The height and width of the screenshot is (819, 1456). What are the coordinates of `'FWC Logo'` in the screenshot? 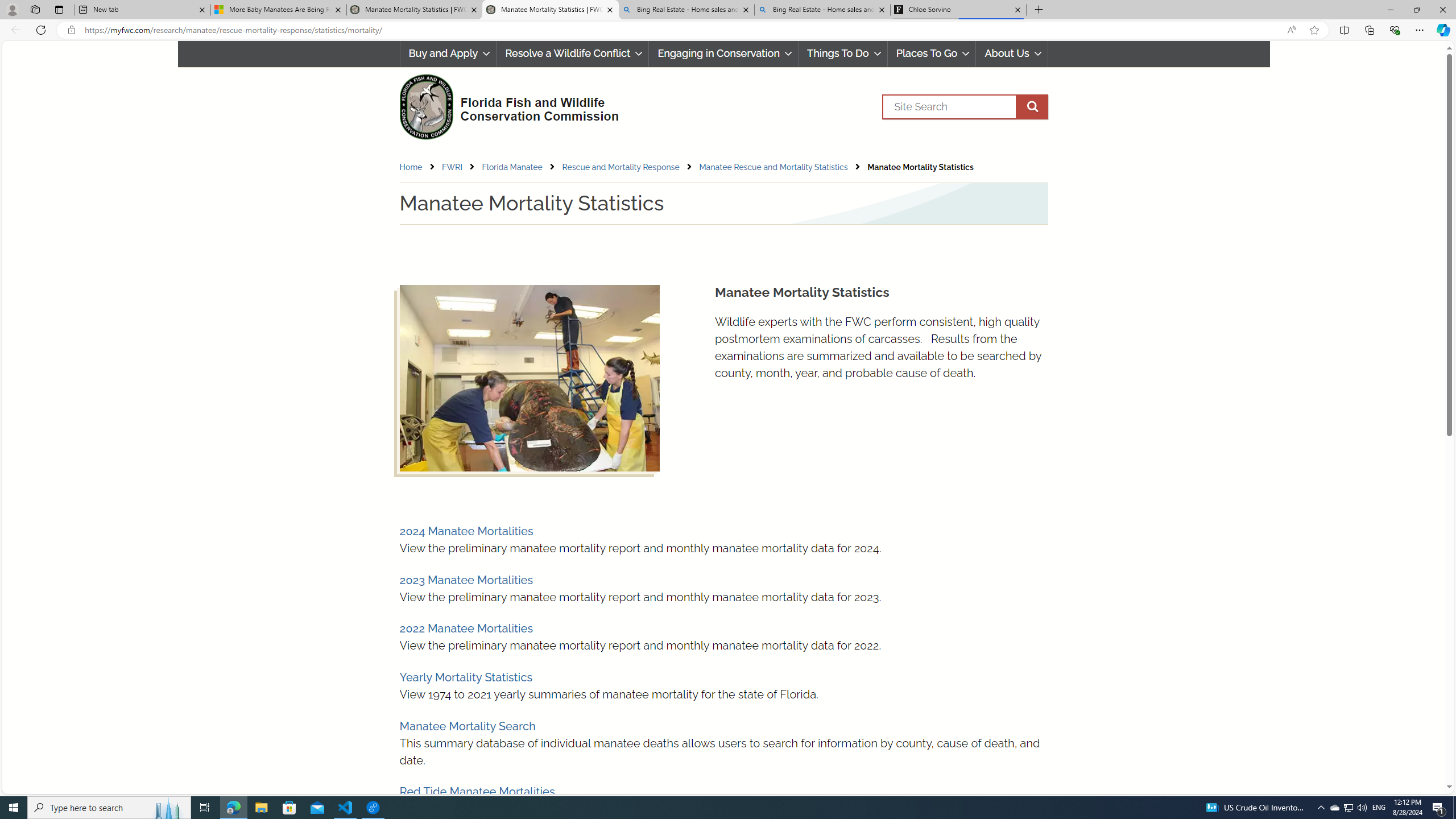 It's located at (425, 106).